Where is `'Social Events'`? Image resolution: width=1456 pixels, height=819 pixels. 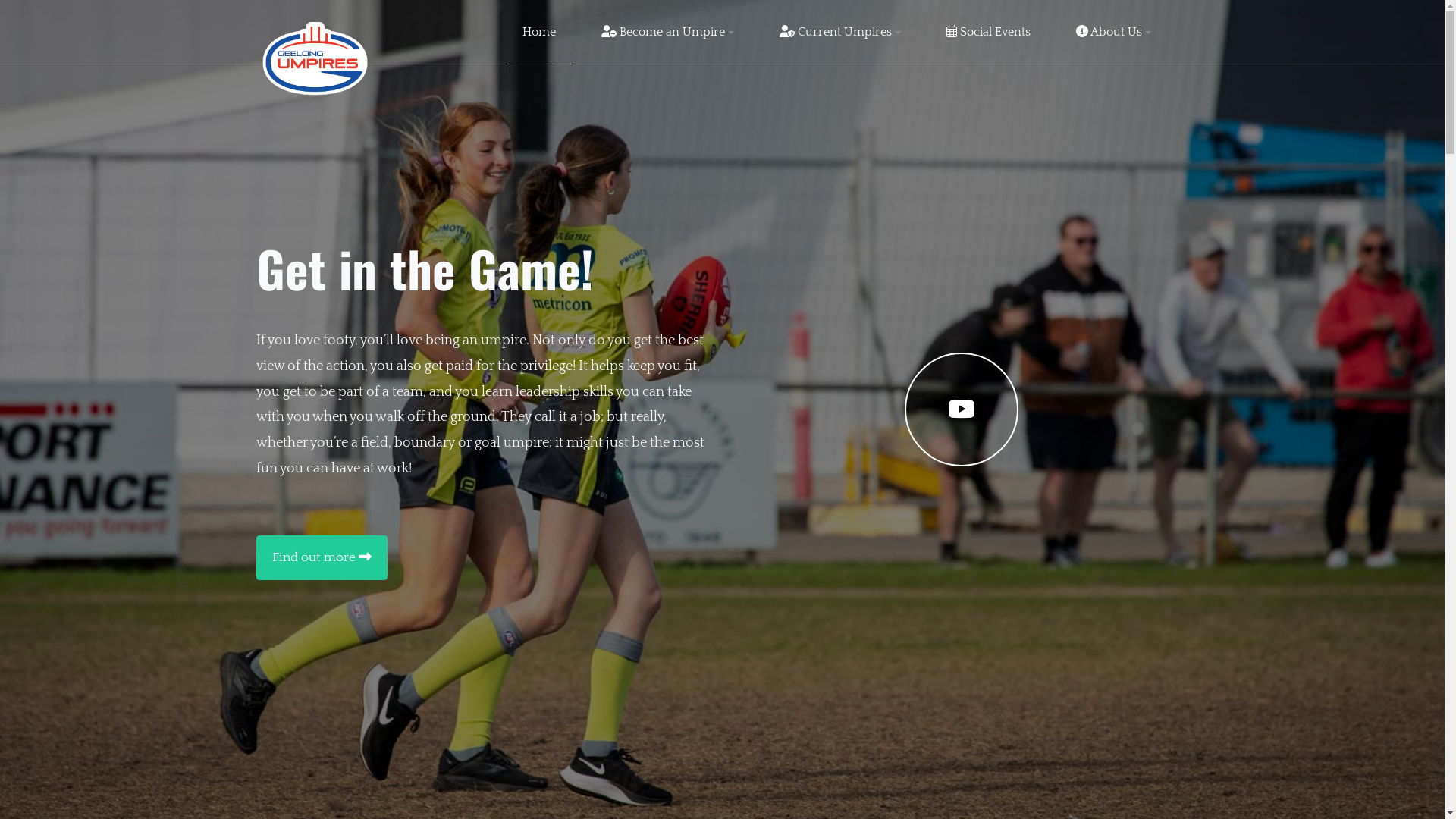 'Social Events' is located at coordinates (988, 32).